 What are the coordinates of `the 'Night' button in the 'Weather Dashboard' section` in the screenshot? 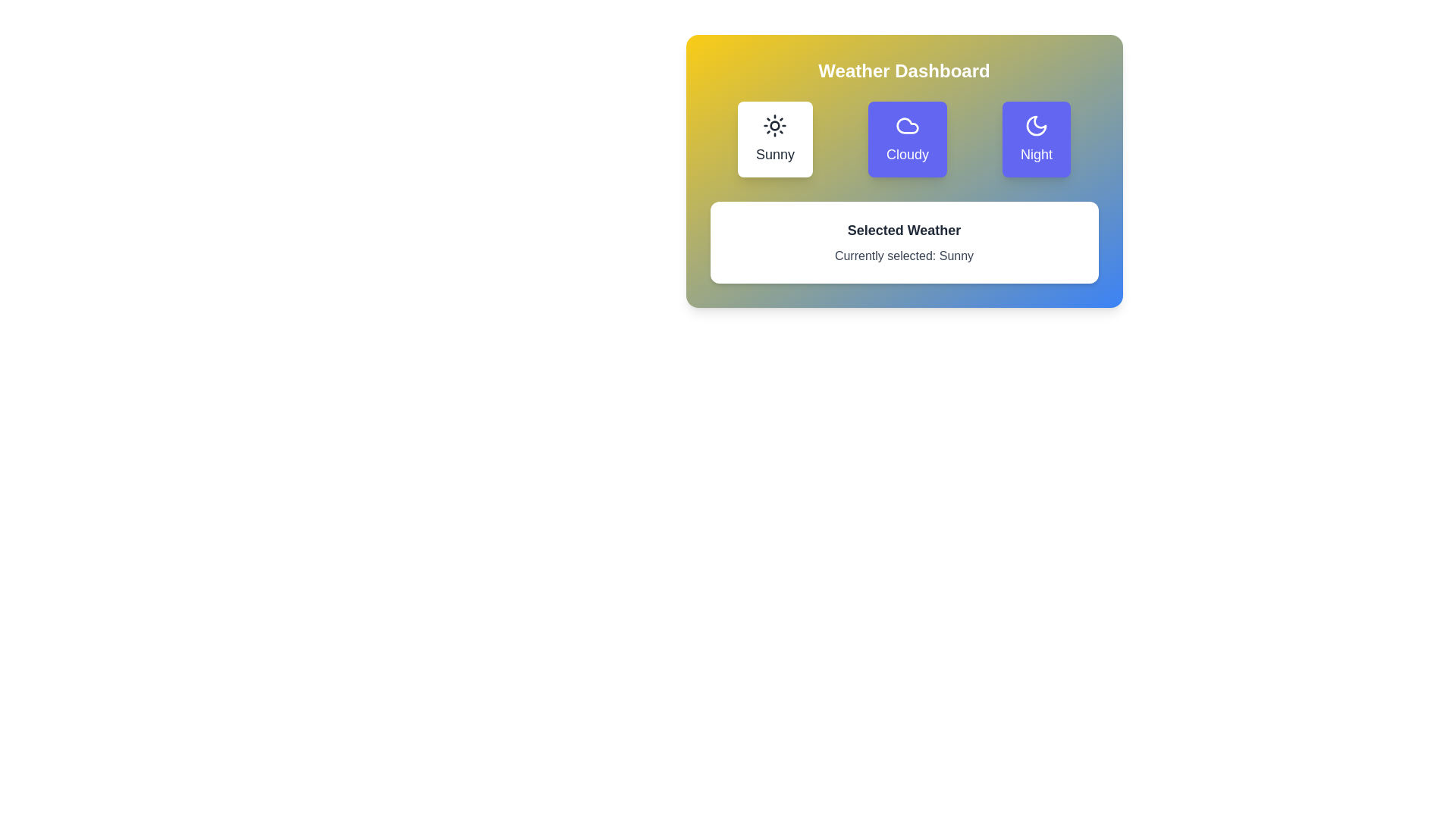 It's located at (1036, 140).